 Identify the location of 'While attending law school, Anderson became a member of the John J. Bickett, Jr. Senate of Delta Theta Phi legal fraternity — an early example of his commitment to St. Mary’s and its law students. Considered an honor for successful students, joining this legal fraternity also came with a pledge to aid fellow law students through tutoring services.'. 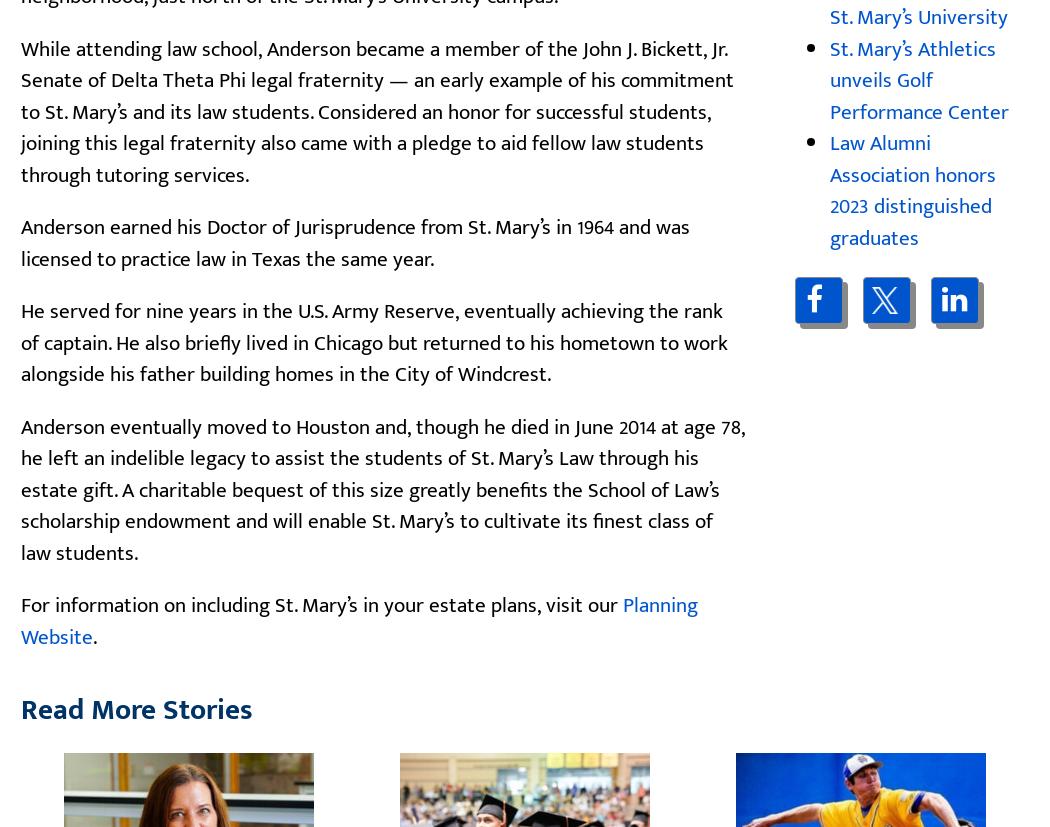
(377, 110).